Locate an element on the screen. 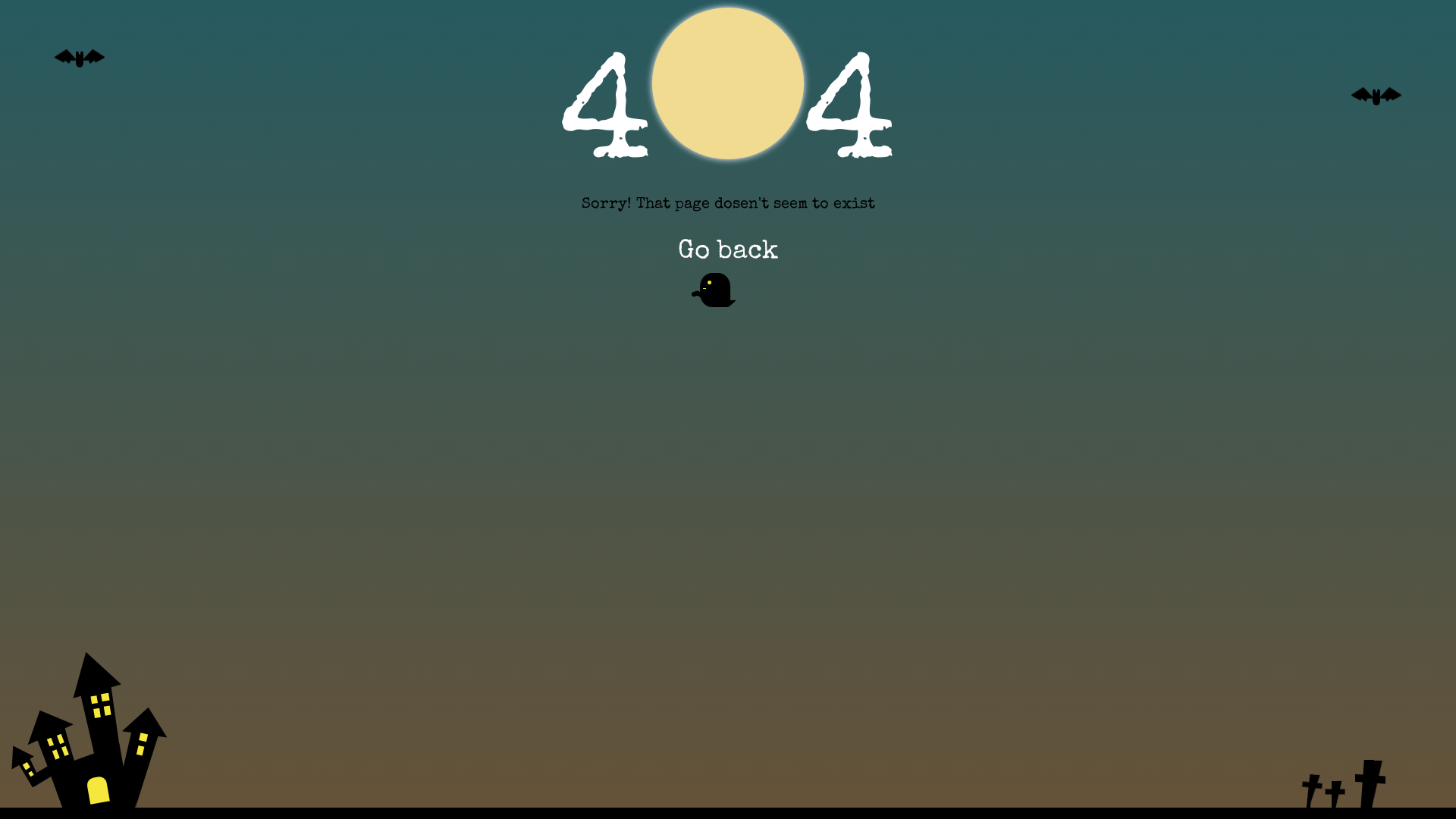 The width and height of the screenshot is (1456, 819). 'Go back' is located at coordinates (728, 251).